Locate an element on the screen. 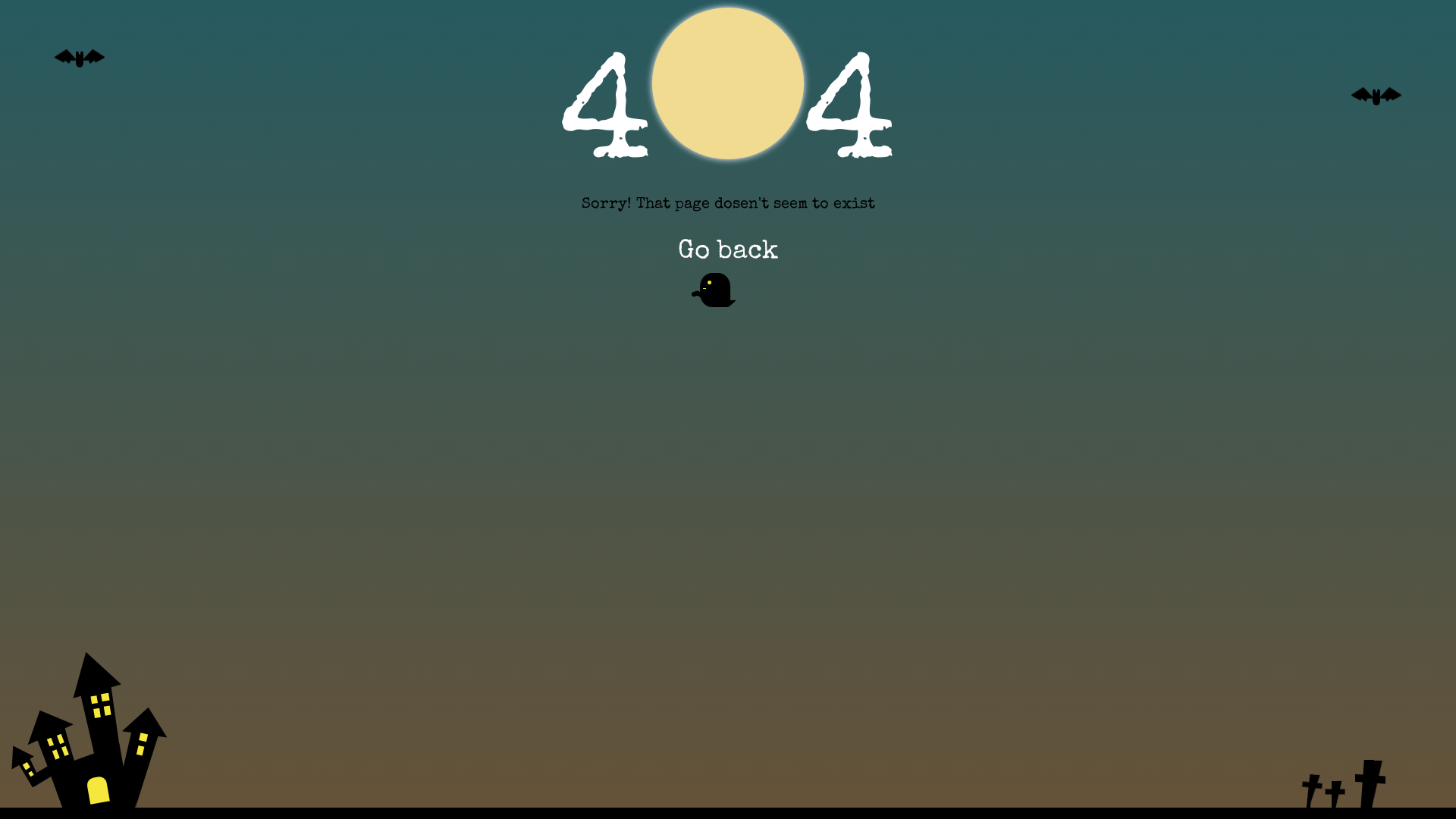 The width and height of the screenshot is (1456, 819). 'Go back' is located at coordinates (728, 251).